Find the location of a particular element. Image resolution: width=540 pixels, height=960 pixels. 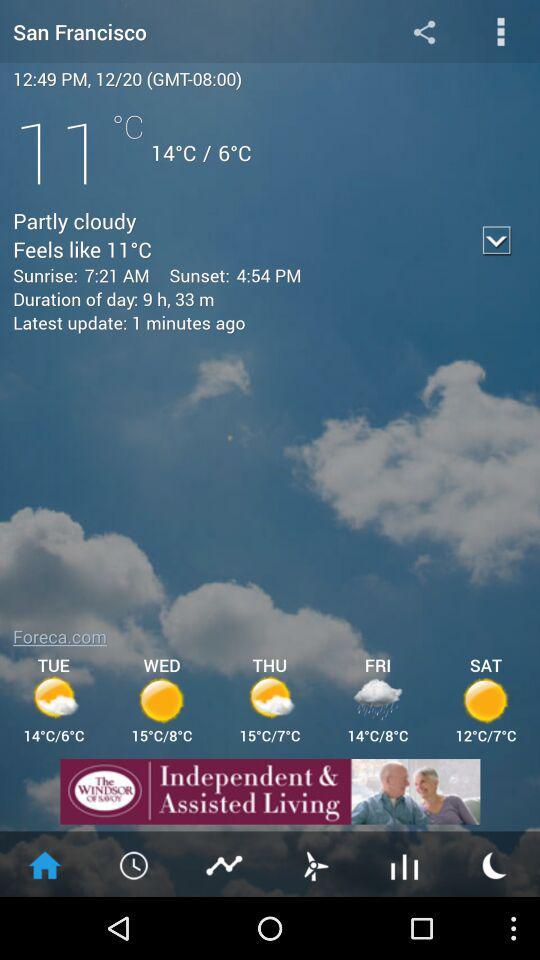

sleep is located at coordinates (494, 863).